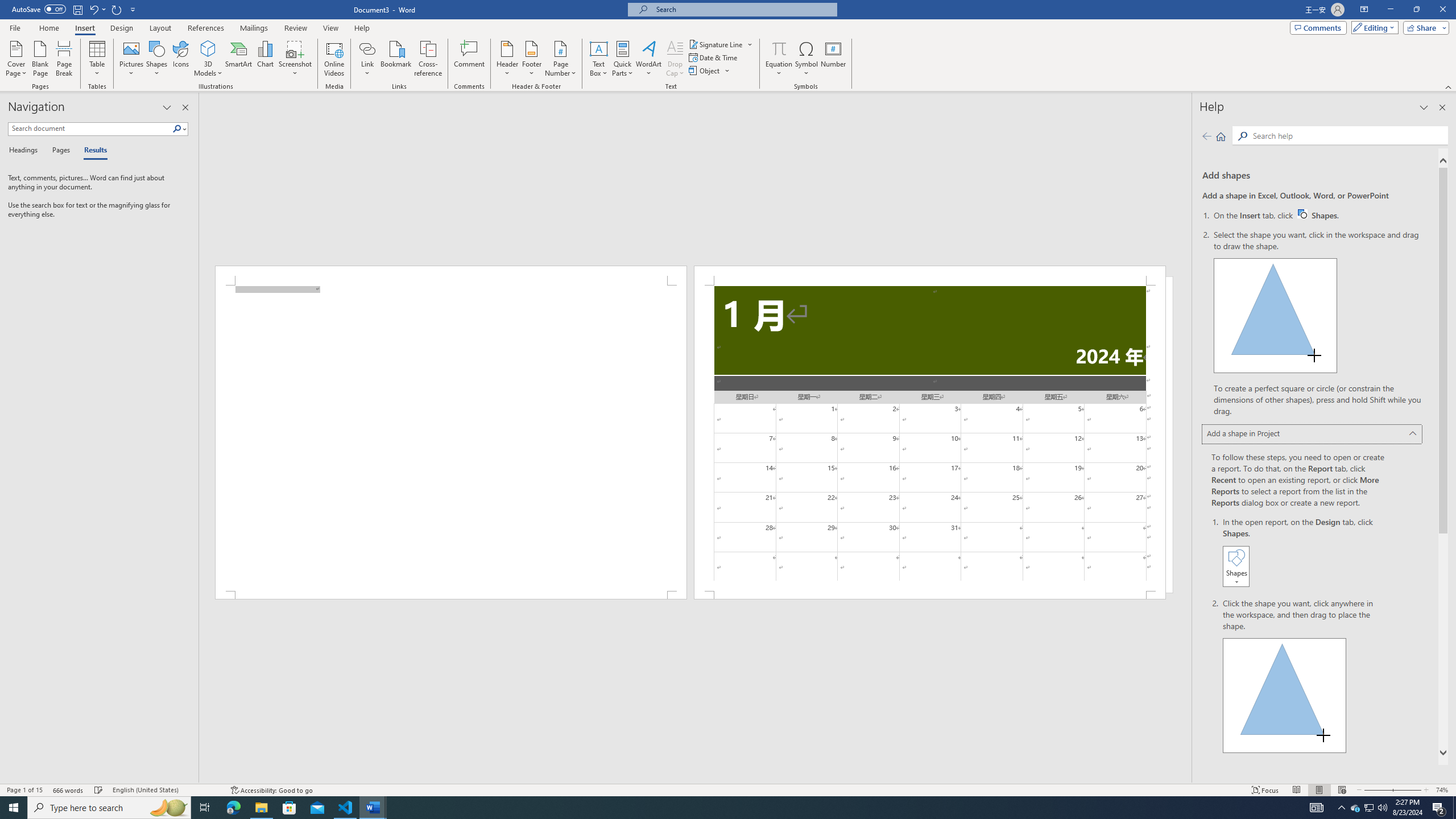 The height and width of the screenshot is (819, 1456). I want to click on 'Drop Cap', so click(675, 59).